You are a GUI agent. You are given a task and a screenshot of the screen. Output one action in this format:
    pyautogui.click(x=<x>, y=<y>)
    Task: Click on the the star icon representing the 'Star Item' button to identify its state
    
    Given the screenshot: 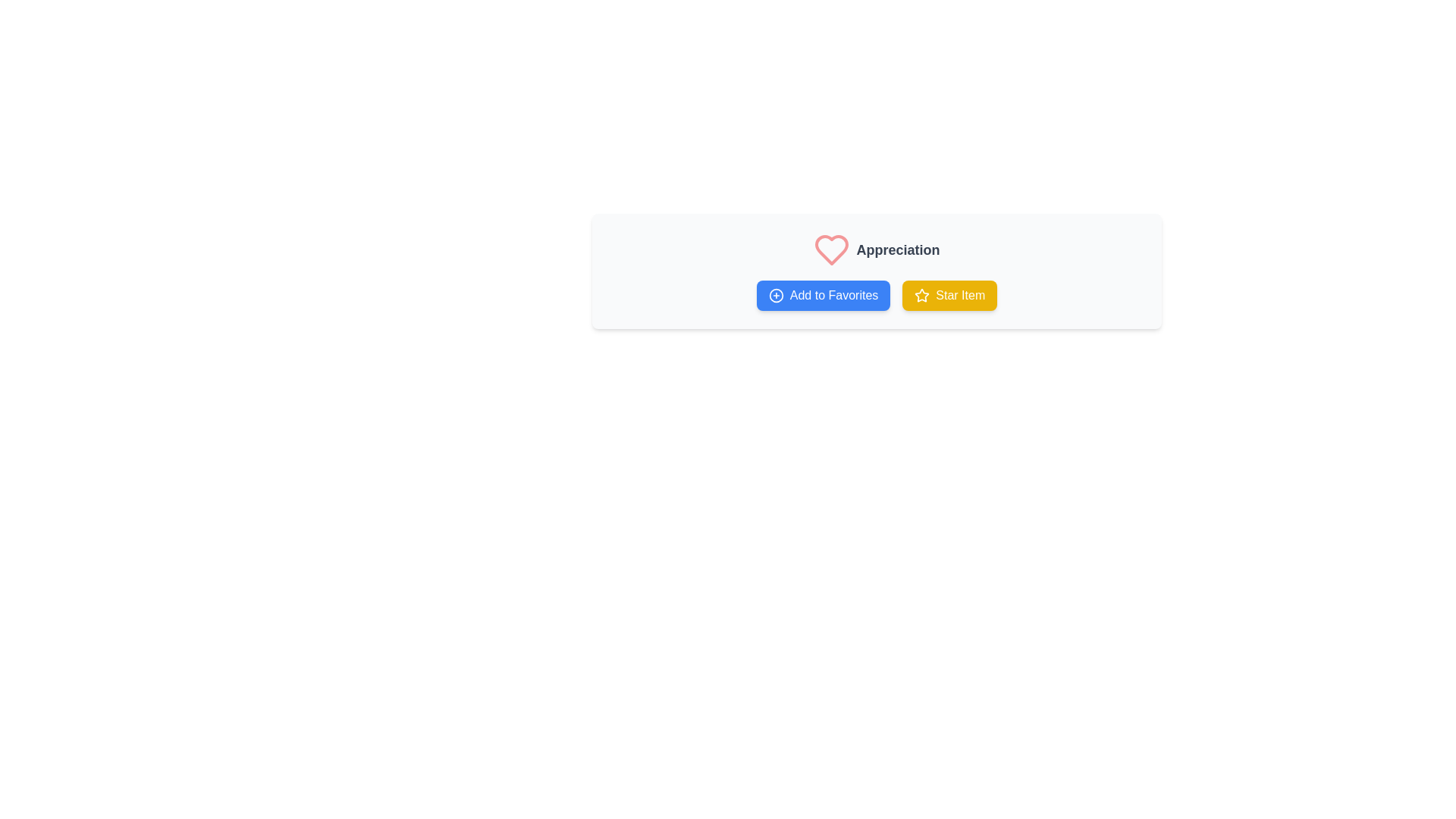 What is the action you would take?
    pyautogui.click(x=921, y=295)
    